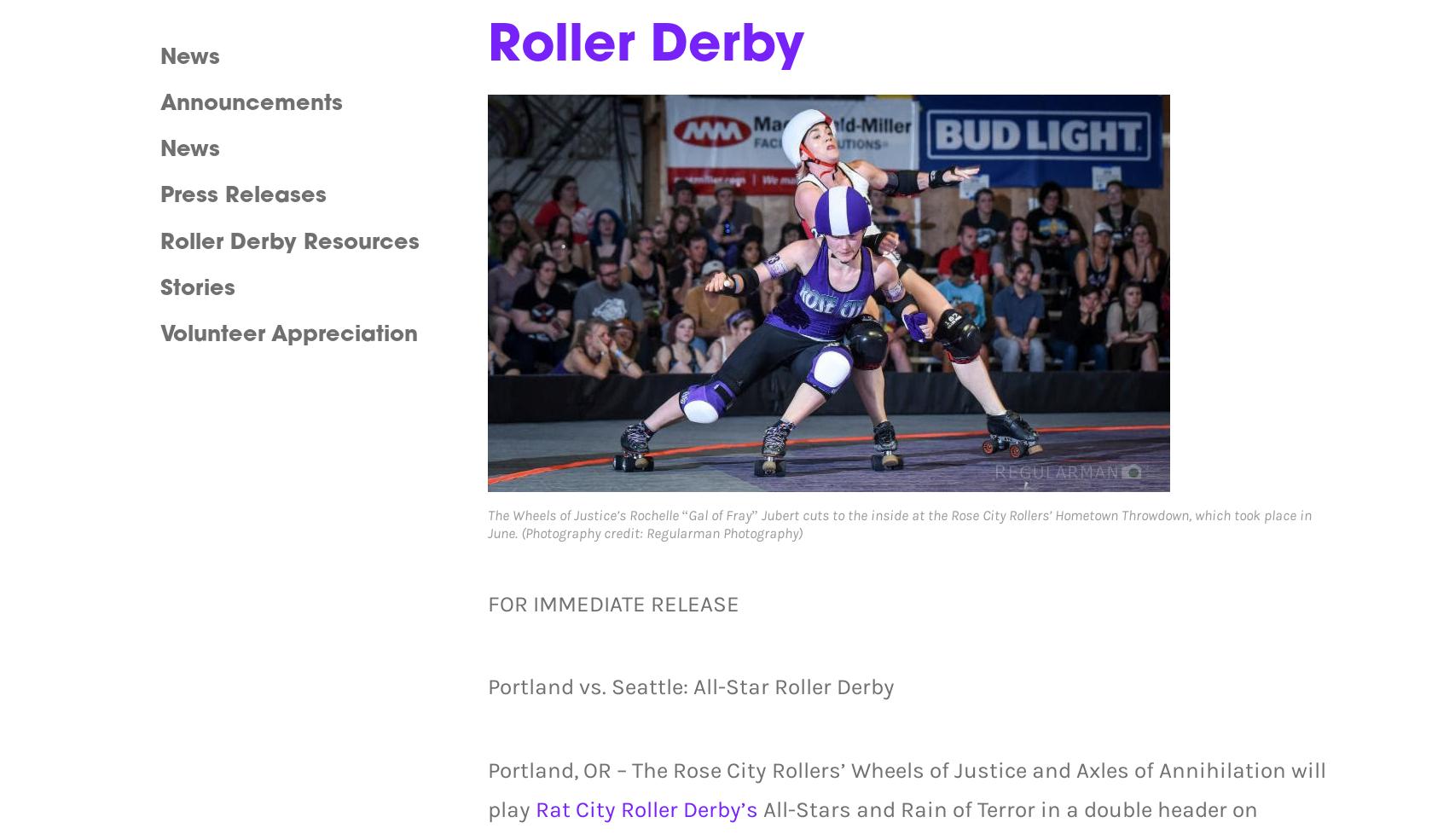 Image resolution: width=1455 pixels, height=840 pixels. Describe the element at coordinates (612, 604) in the screenshot. I see `'FOR IMMEDIATE RELEASE'` at that location.